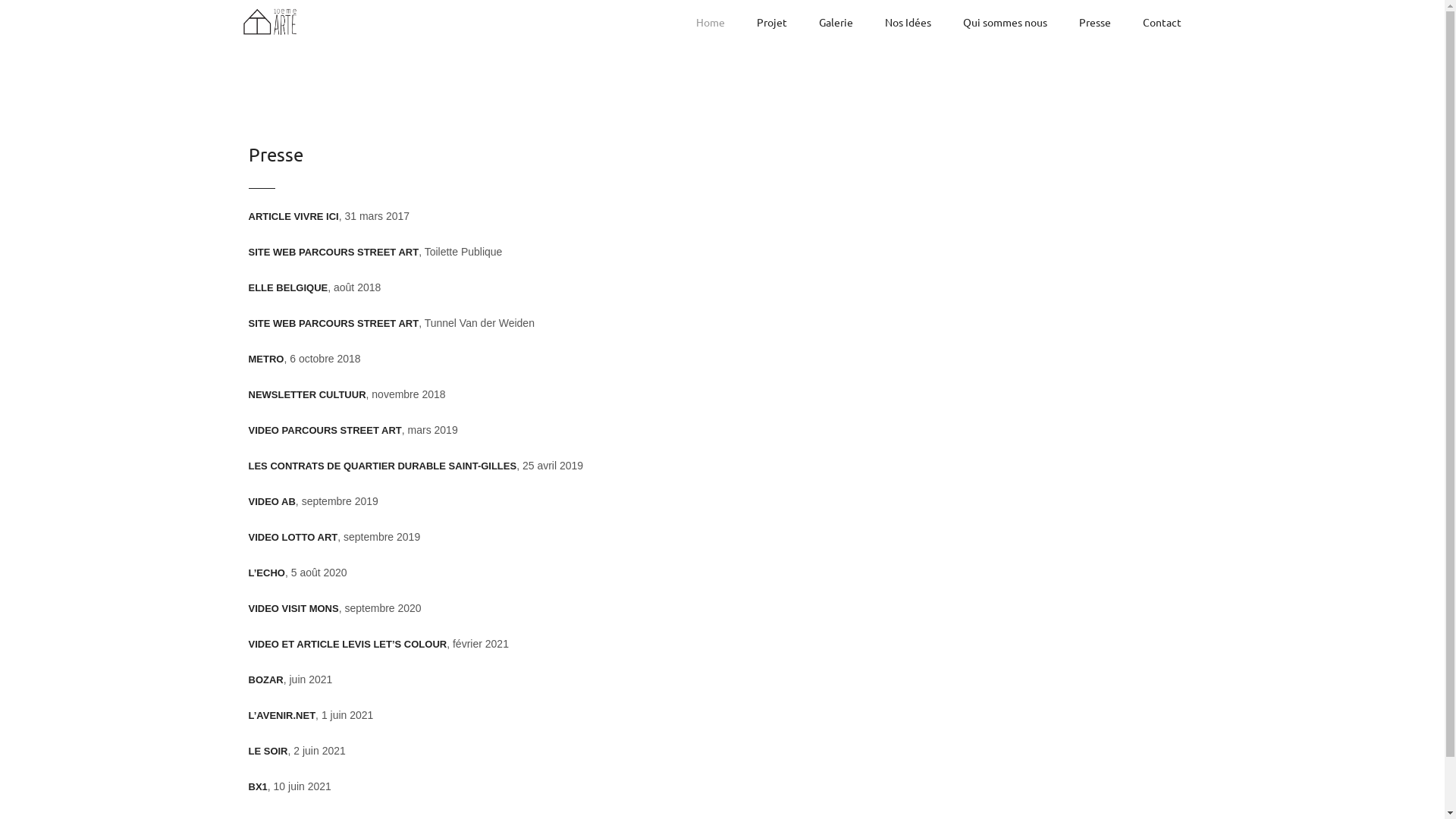 This screenshot has height=819, width=1456. Describe the element at coordinates (293, 216) in the screenshot. I see `'ARTICLE VIVRE ICI'` at that location.